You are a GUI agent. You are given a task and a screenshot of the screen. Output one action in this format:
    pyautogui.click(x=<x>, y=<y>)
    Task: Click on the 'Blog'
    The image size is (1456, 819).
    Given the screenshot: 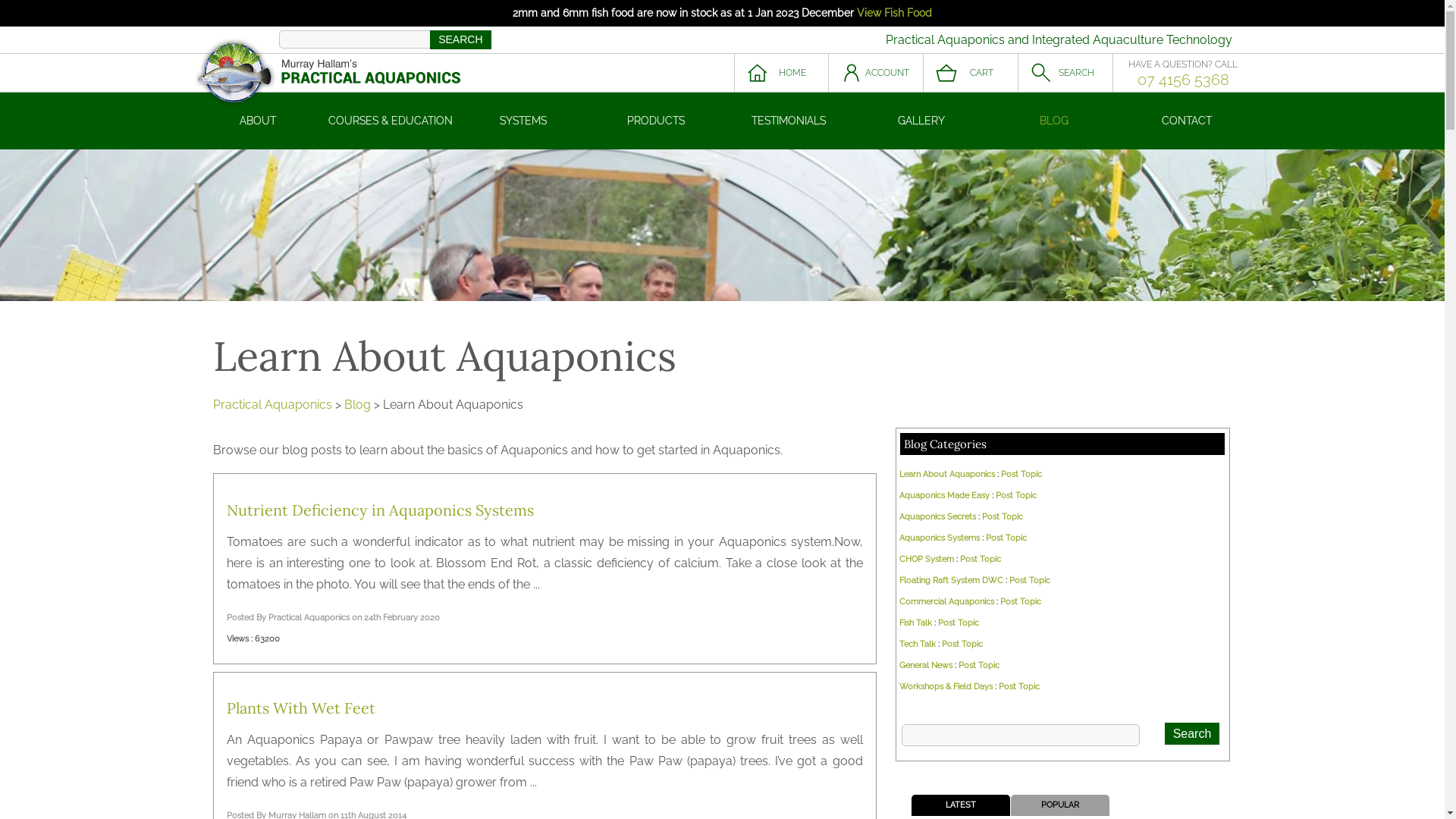 What is the action you would take?
    pyautogui.click(x=356, y=403)
    